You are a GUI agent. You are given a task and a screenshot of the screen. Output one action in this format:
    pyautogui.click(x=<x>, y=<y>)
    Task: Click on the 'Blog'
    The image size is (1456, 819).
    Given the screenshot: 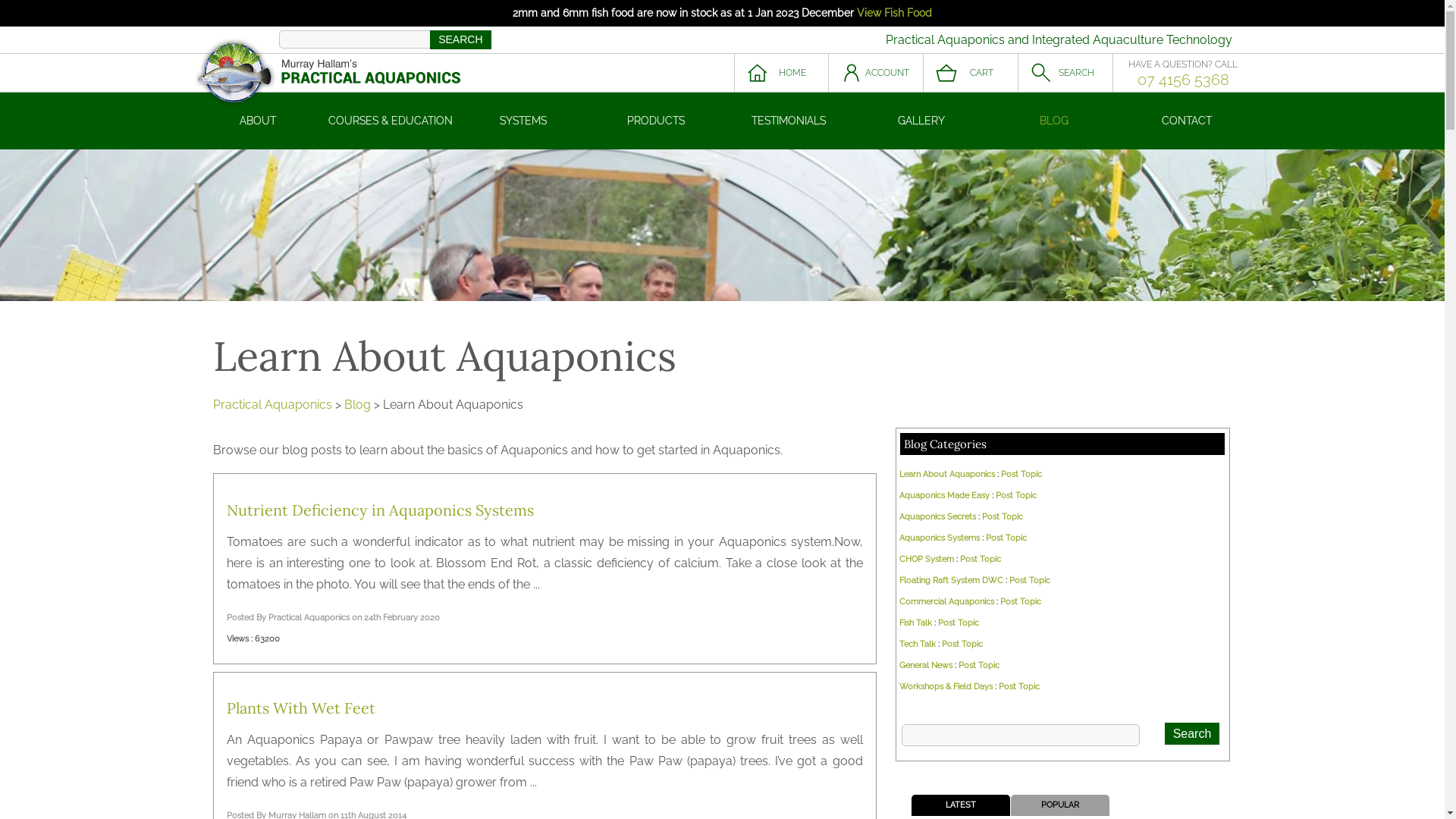 What is the action you would take?
    pyautogui.click(x=356, y=403)
    